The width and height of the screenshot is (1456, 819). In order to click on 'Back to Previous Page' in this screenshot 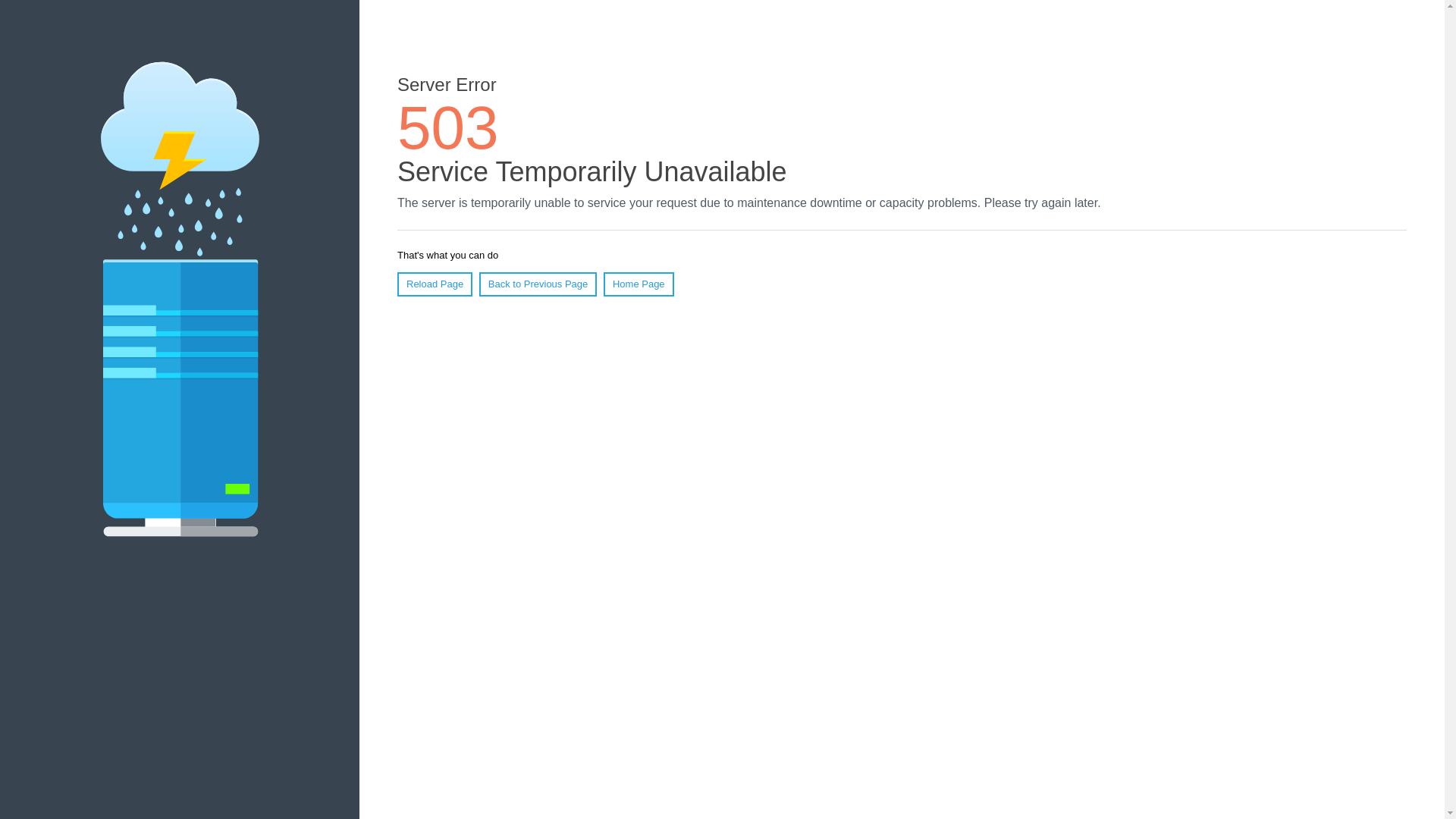, I will do `click(538, 284)`.